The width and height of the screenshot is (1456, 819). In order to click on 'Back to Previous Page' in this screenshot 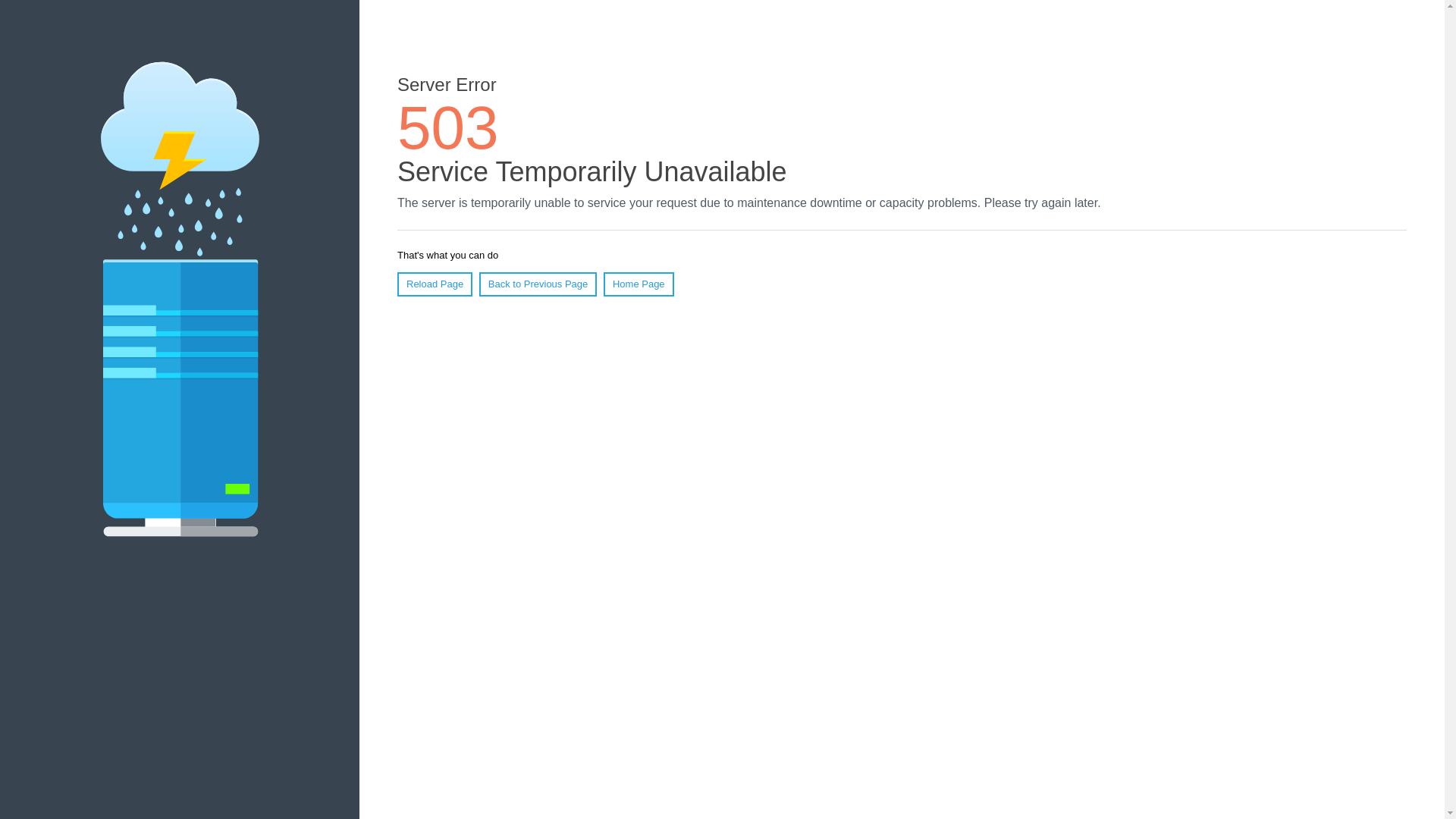, I will do `click(538, 284)`.